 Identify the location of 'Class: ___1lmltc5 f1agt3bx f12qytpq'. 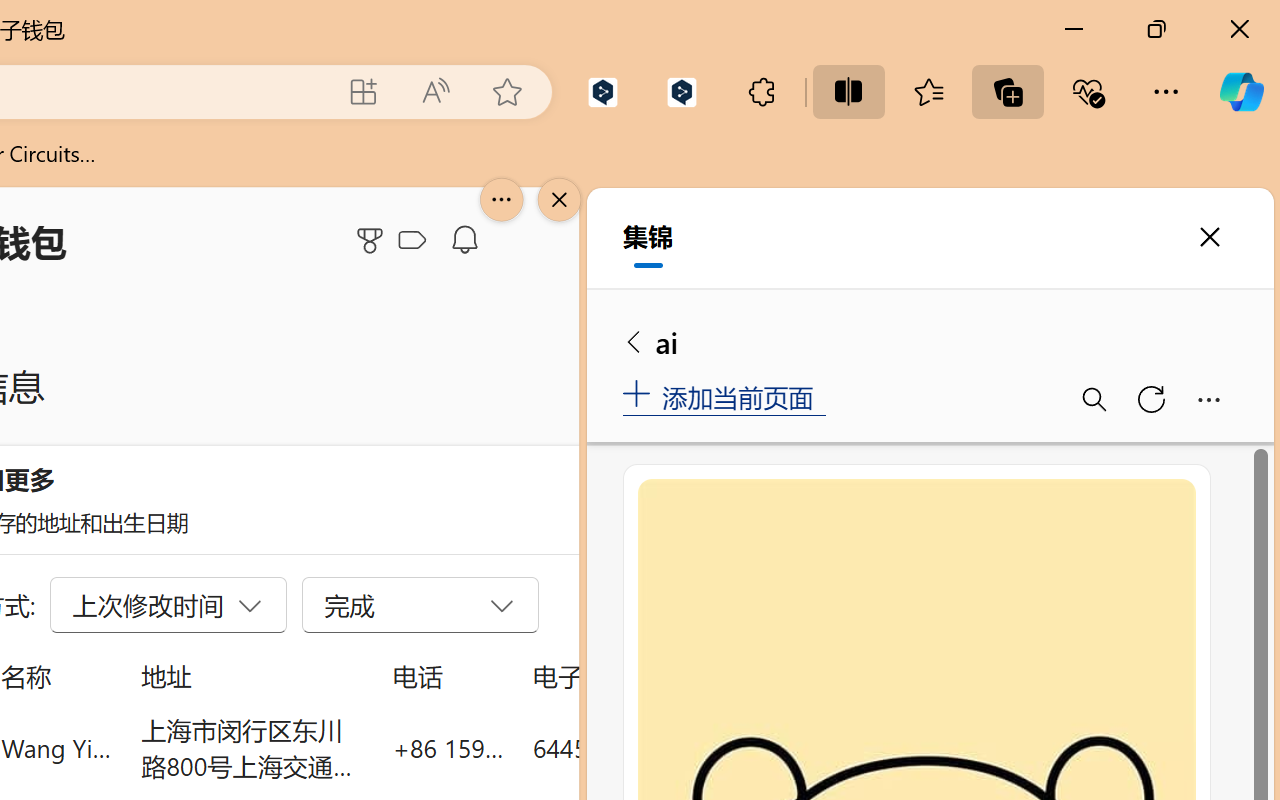
(411, 240).